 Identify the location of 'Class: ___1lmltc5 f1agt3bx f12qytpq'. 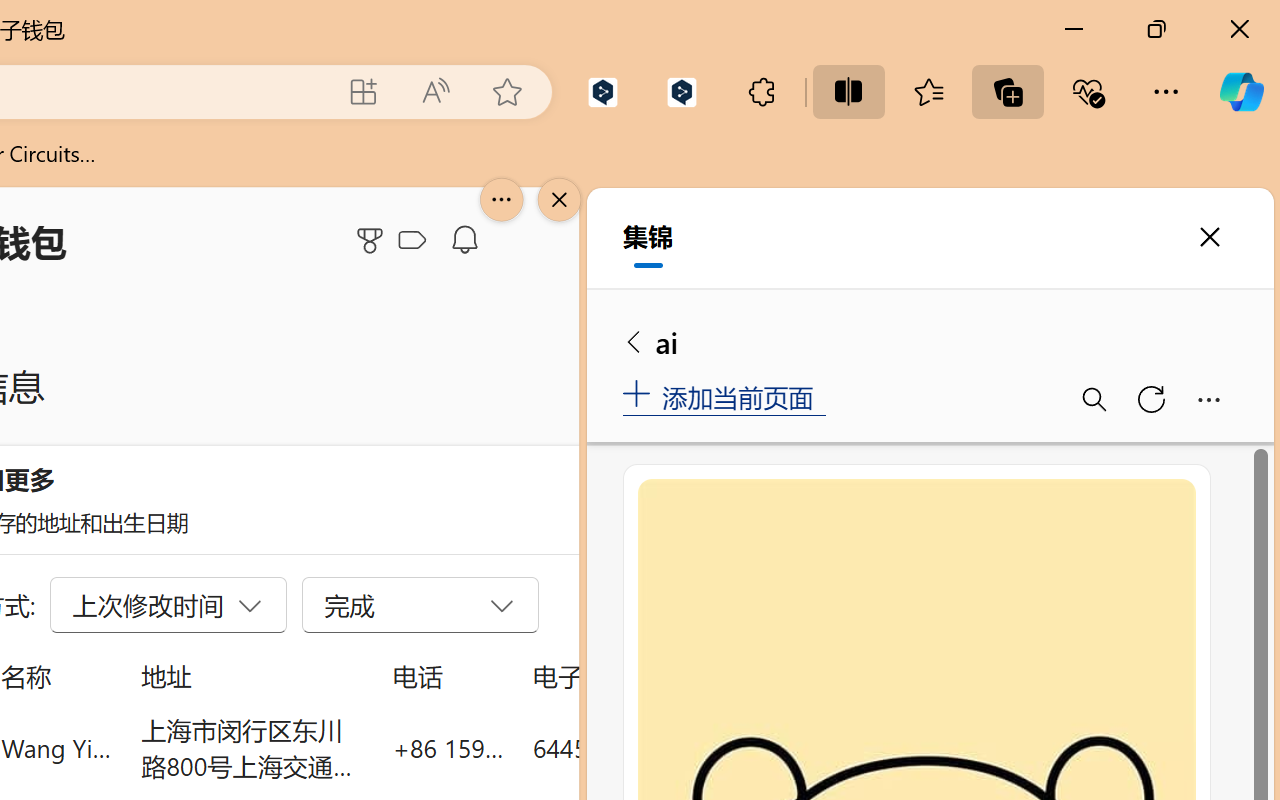
(411, 240).